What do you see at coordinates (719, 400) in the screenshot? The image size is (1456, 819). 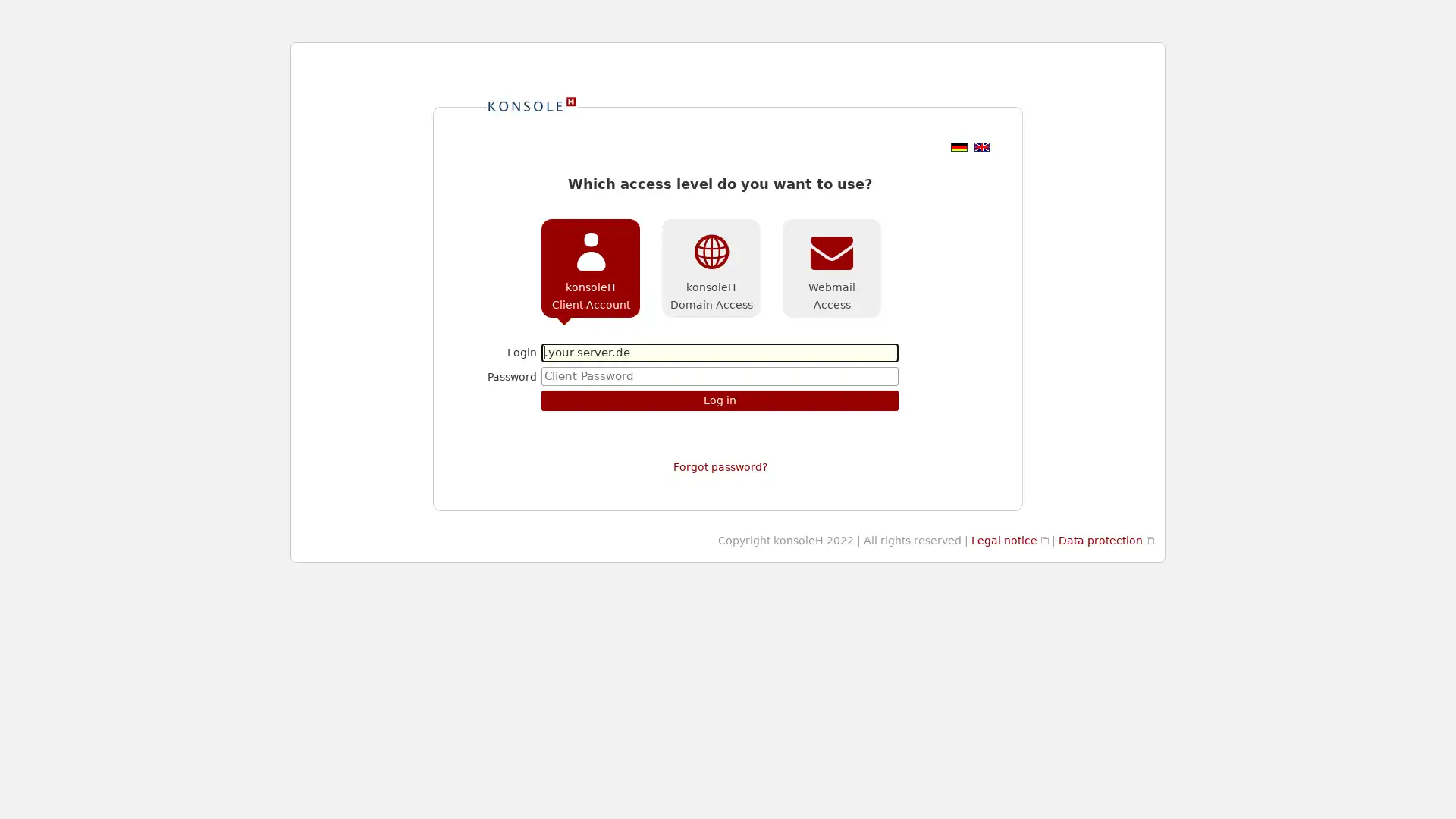 I see `Log in` at bounding box center [719, 400].